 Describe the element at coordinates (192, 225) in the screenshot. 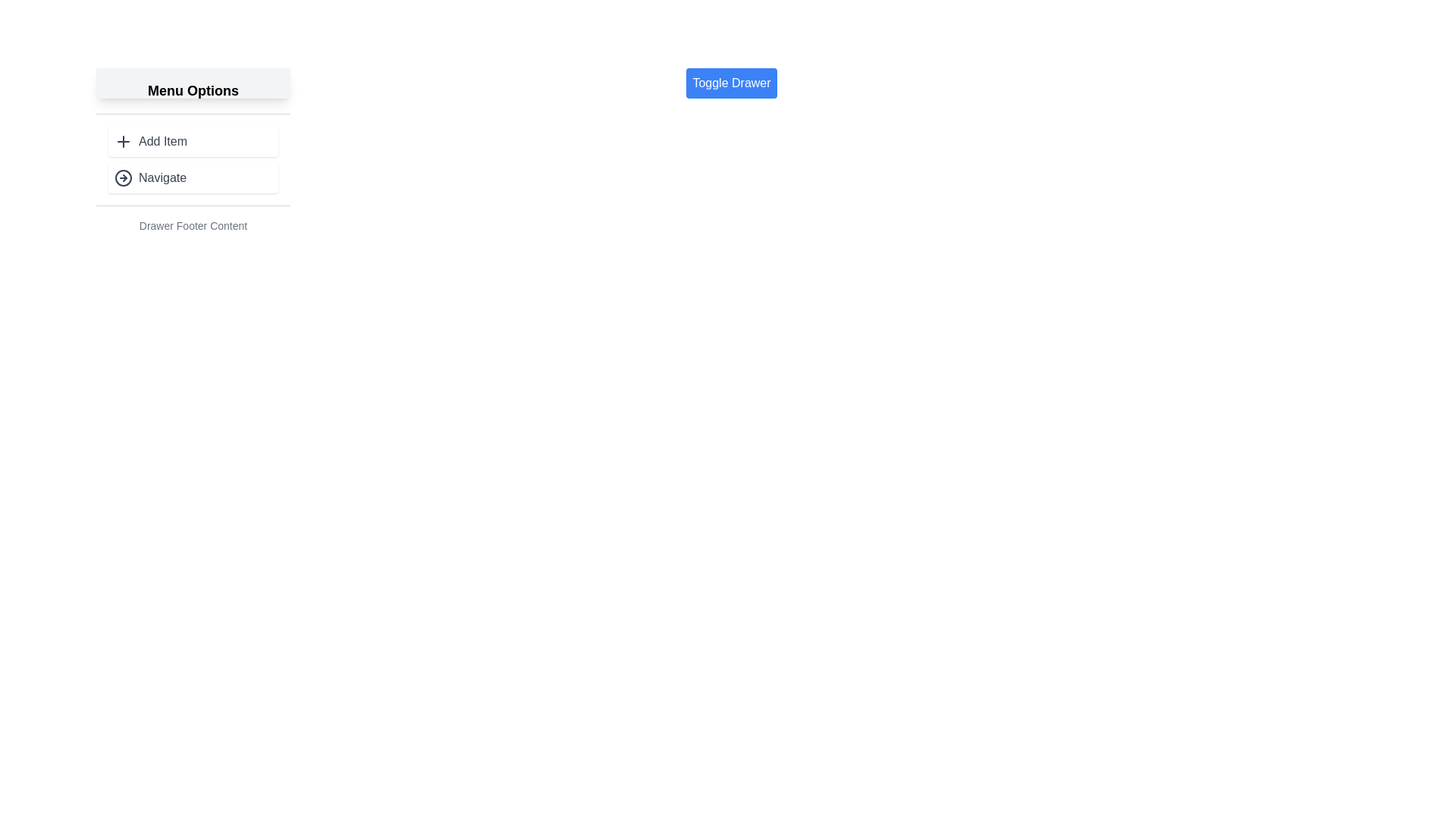

I see `the 'Drawer Footer Content' text` at that location.